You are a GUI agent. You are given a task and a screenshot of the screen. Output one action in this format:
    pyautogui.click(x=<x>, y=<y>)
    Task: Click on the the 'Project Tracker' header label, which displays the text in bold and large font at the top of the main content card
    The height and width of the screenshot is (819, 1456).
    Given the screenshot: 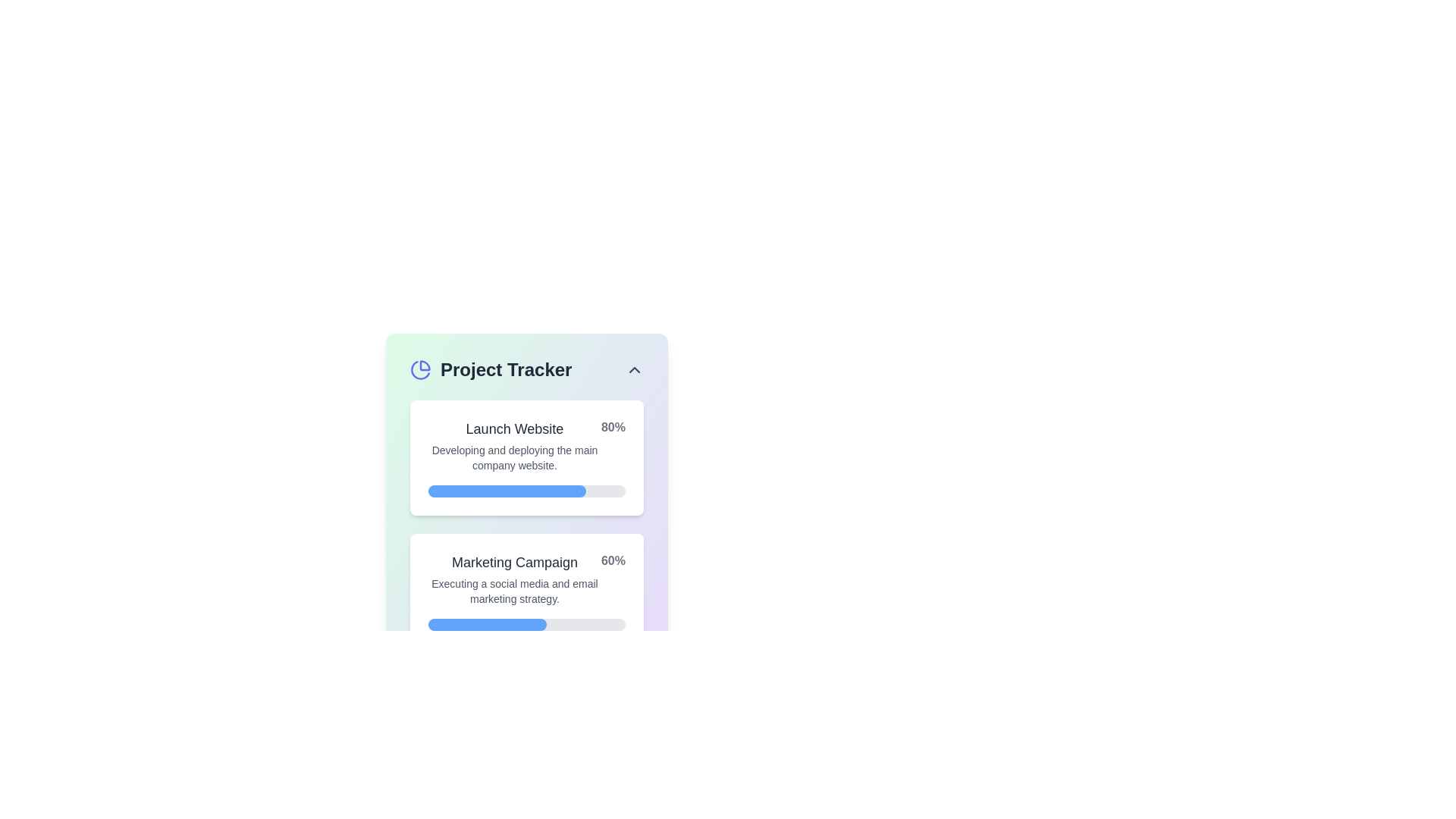 What is the action you would take?
    pyautogui.click(x=527, y=370)
    